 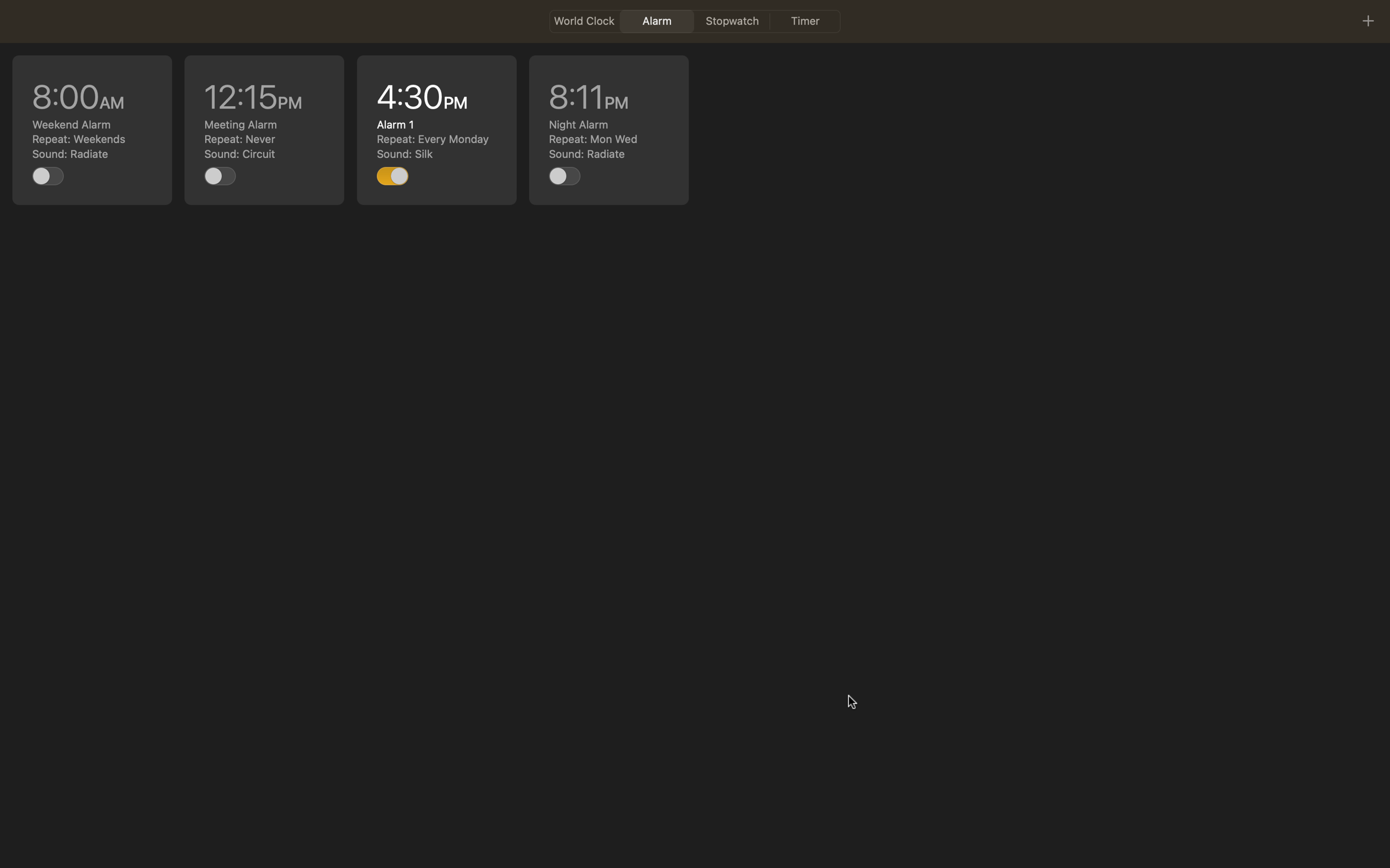 I want to click on Adjust the 12pm alarm settings, so click(x=264, y=129).